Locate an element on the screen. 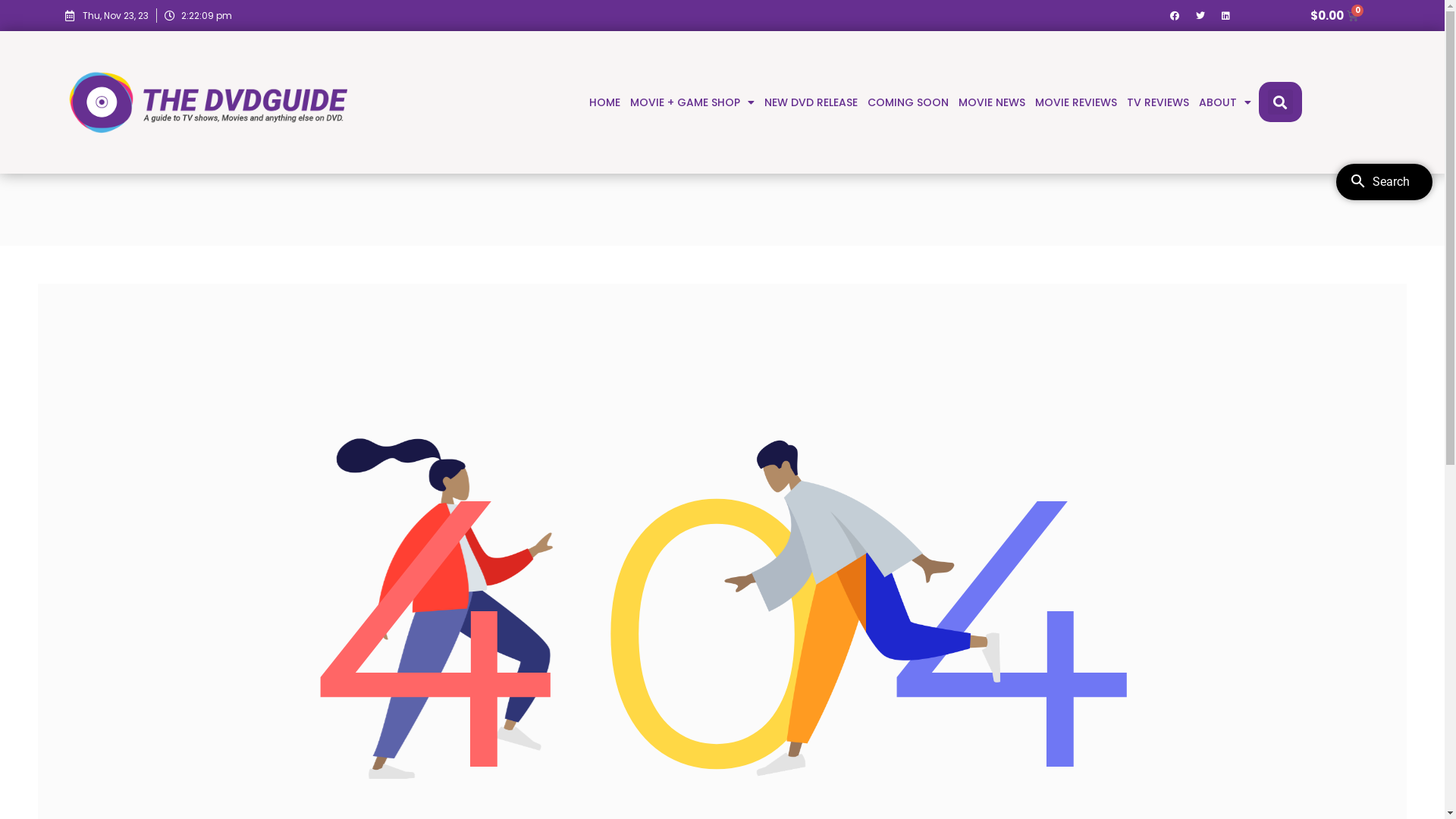  '$0.00 is located at coordinates (1291, 15).